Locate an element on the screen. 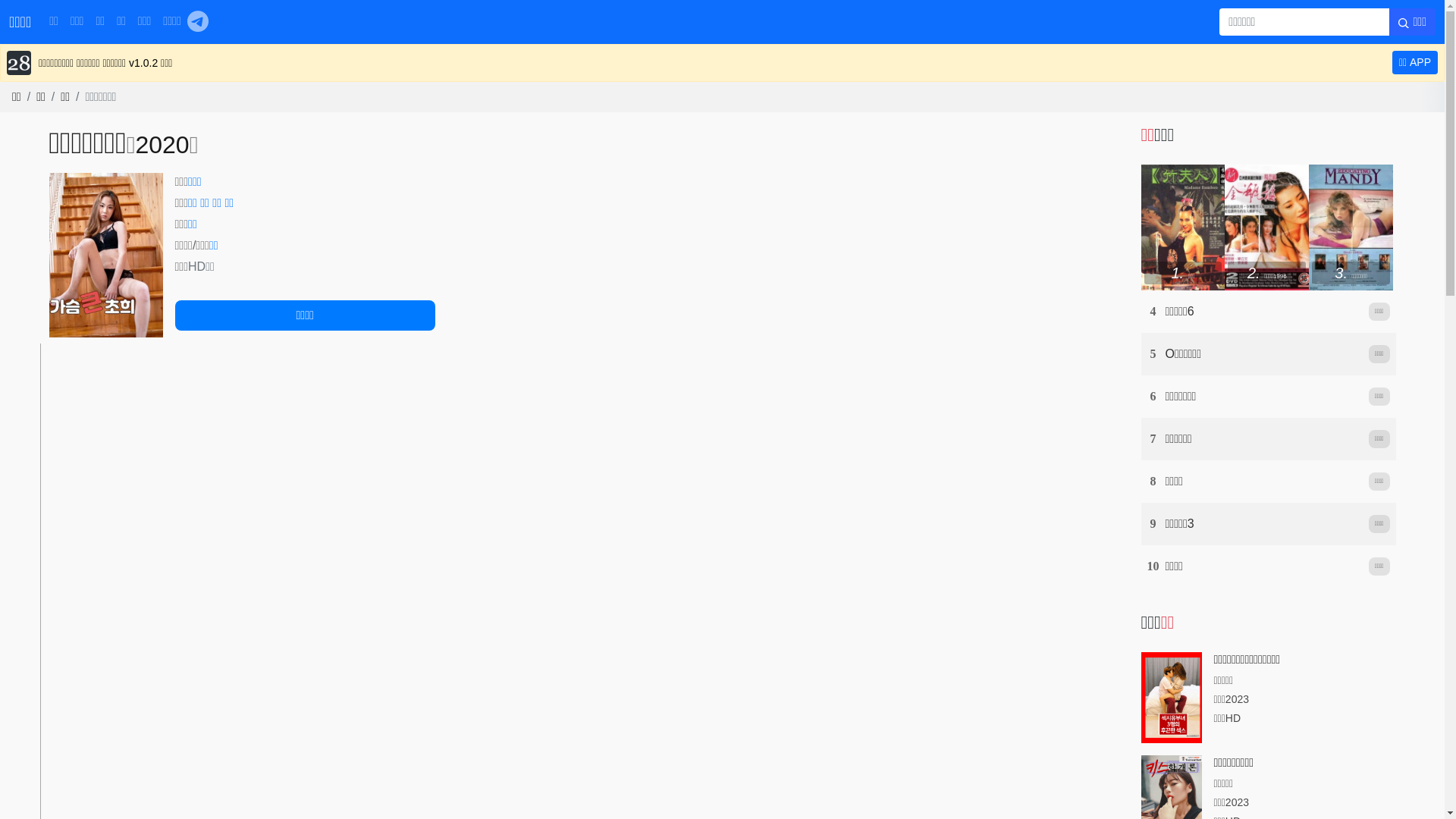 Image resolution: width=1456 pixels, height=819 pixels. '2020' is located at coordinates (162, 145).